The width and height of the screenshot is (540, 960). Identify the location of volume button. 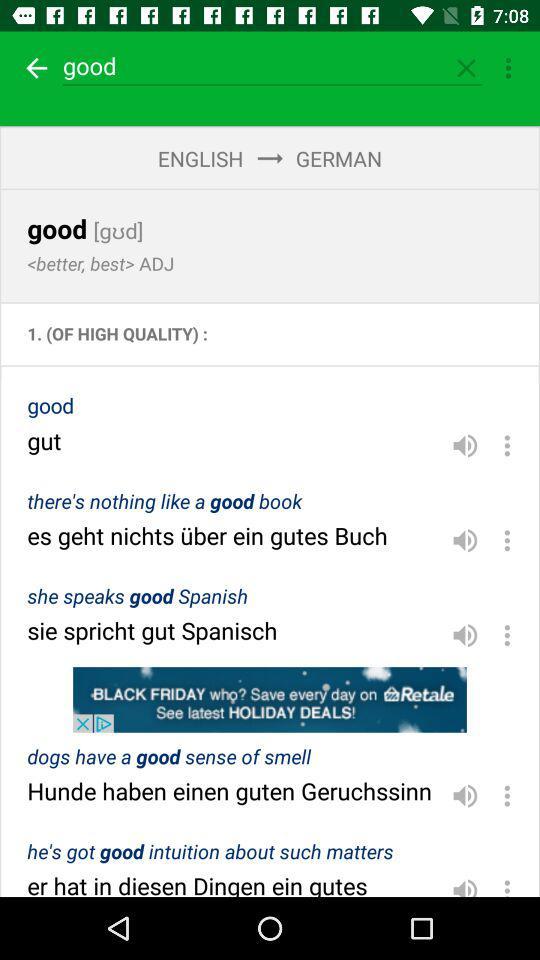
(465, 882).